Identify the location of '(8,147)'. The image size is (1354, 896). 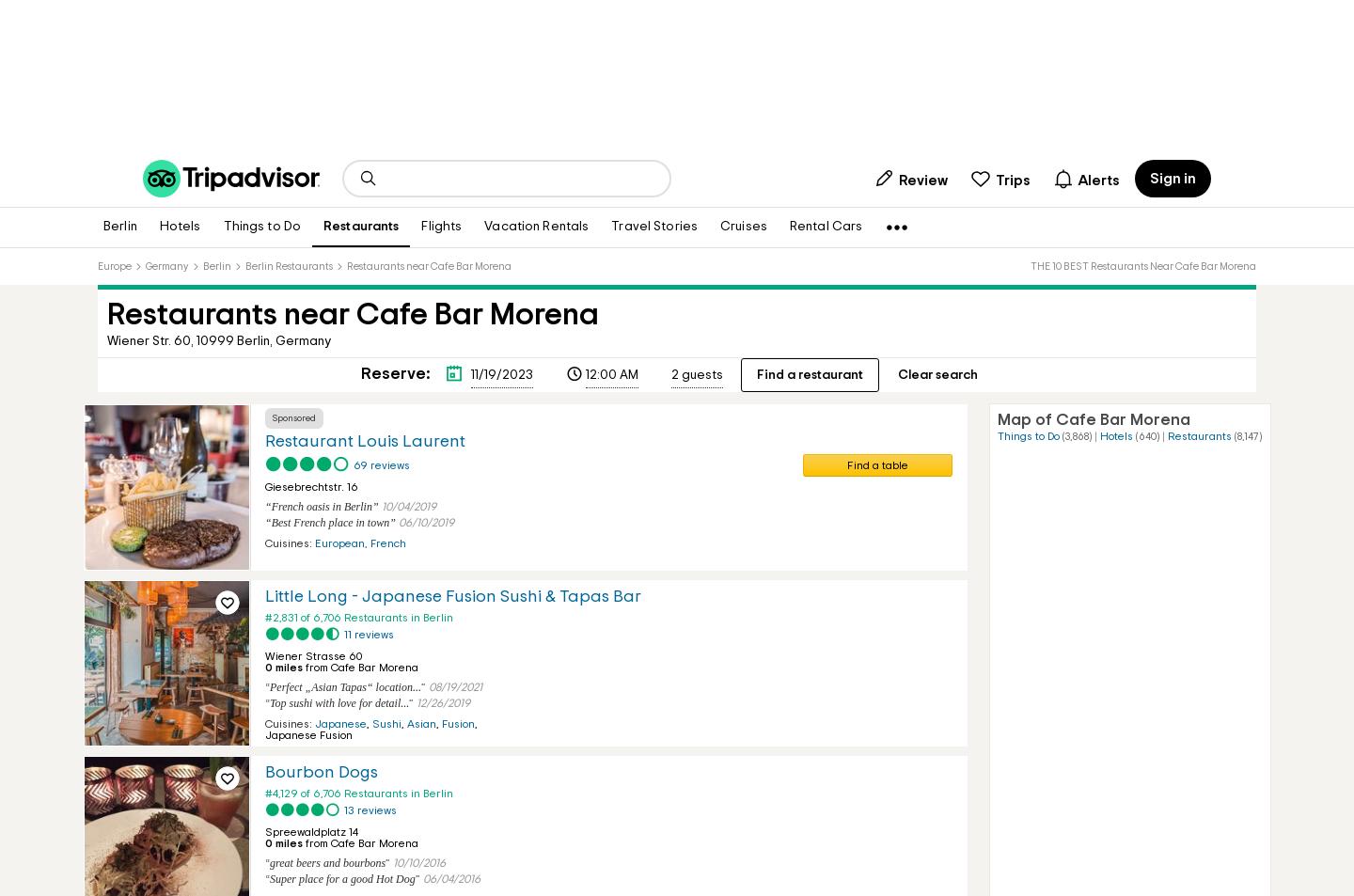
(1247, 435).